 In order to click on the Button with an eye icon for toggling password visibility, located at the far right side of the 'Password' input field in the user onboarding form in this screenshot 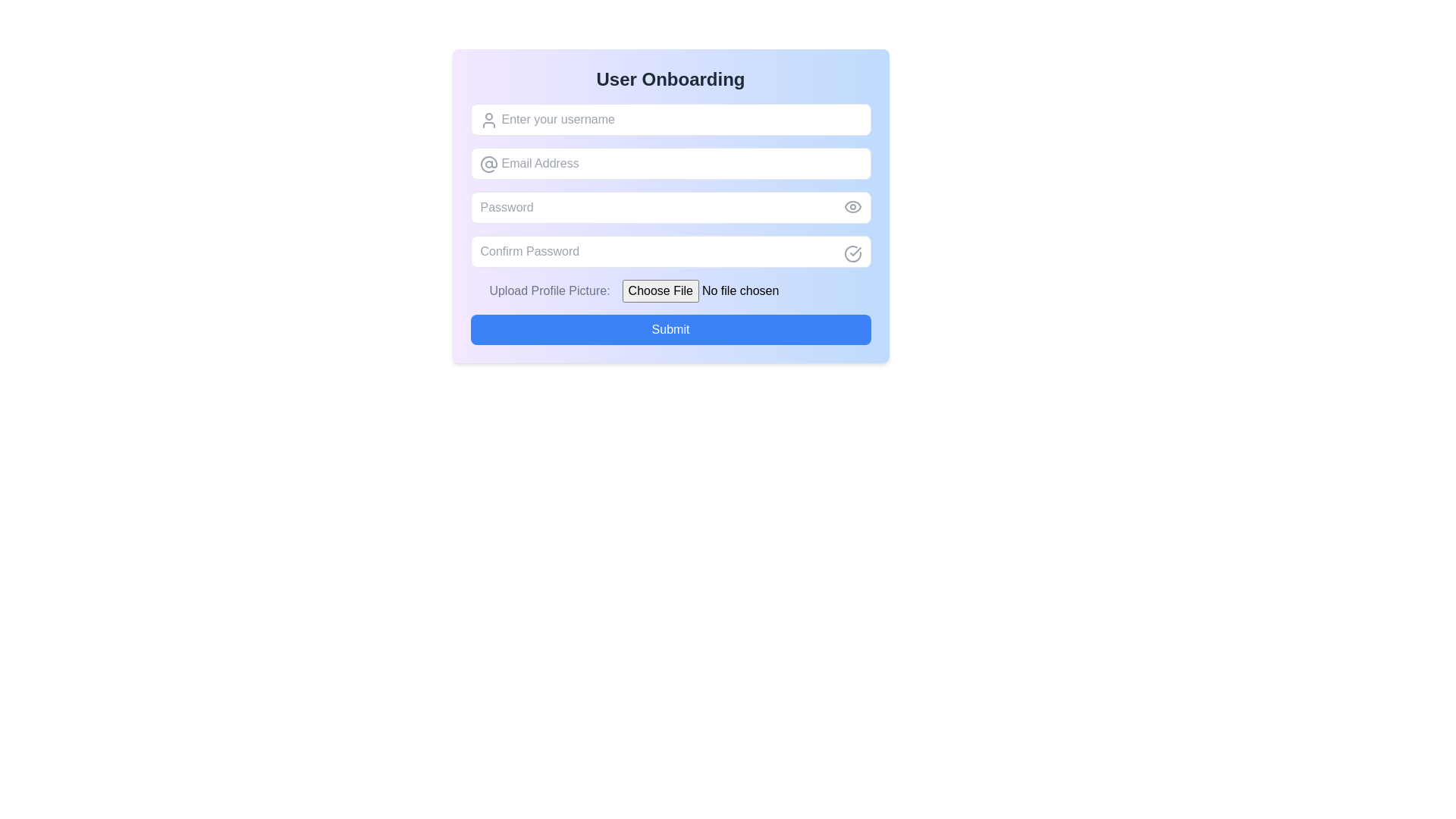, I will do `click(852, 207)`.